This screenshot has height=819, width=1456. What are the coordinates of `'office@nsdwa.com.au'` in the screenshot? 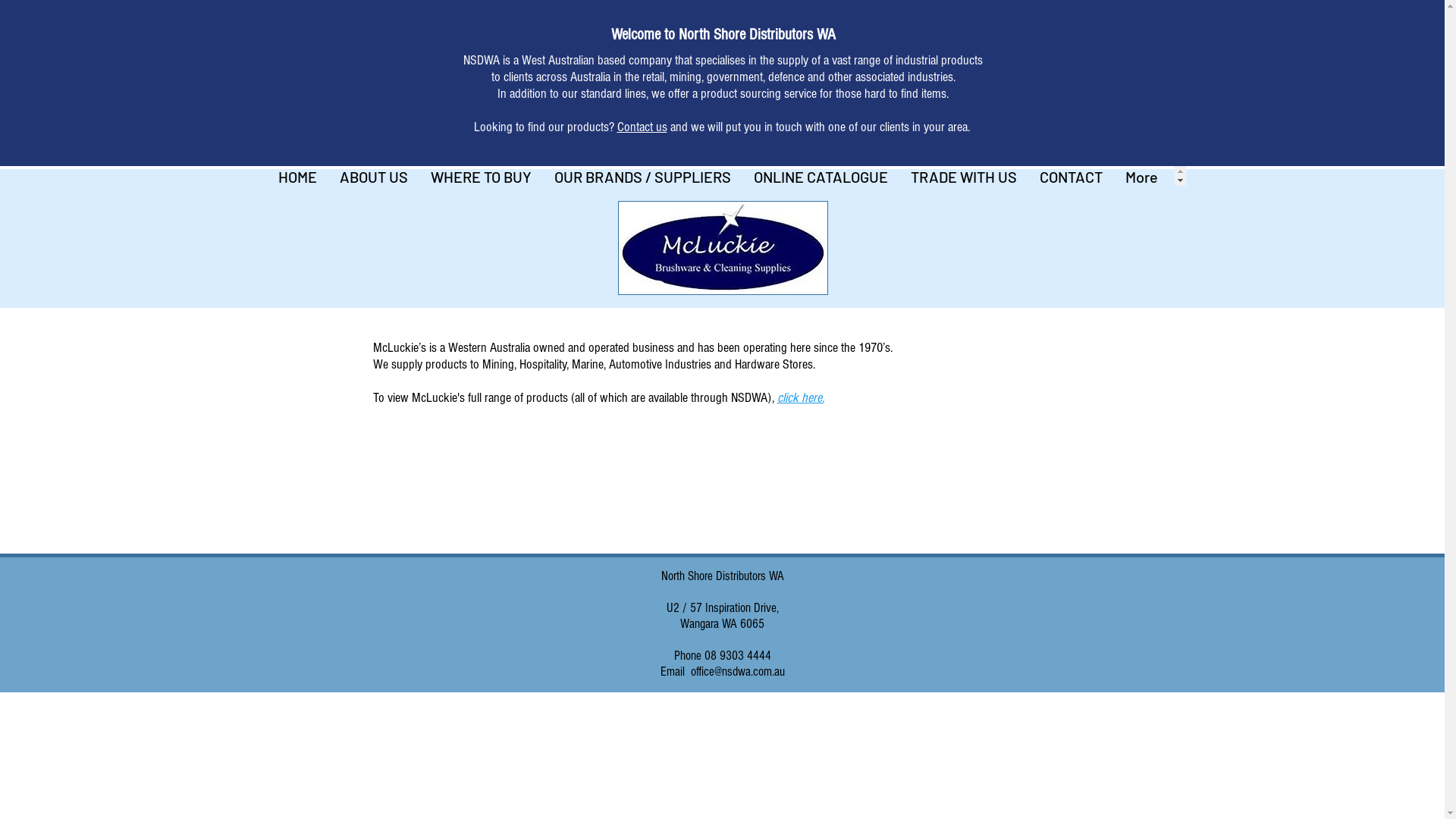 It's located at (689, 670).